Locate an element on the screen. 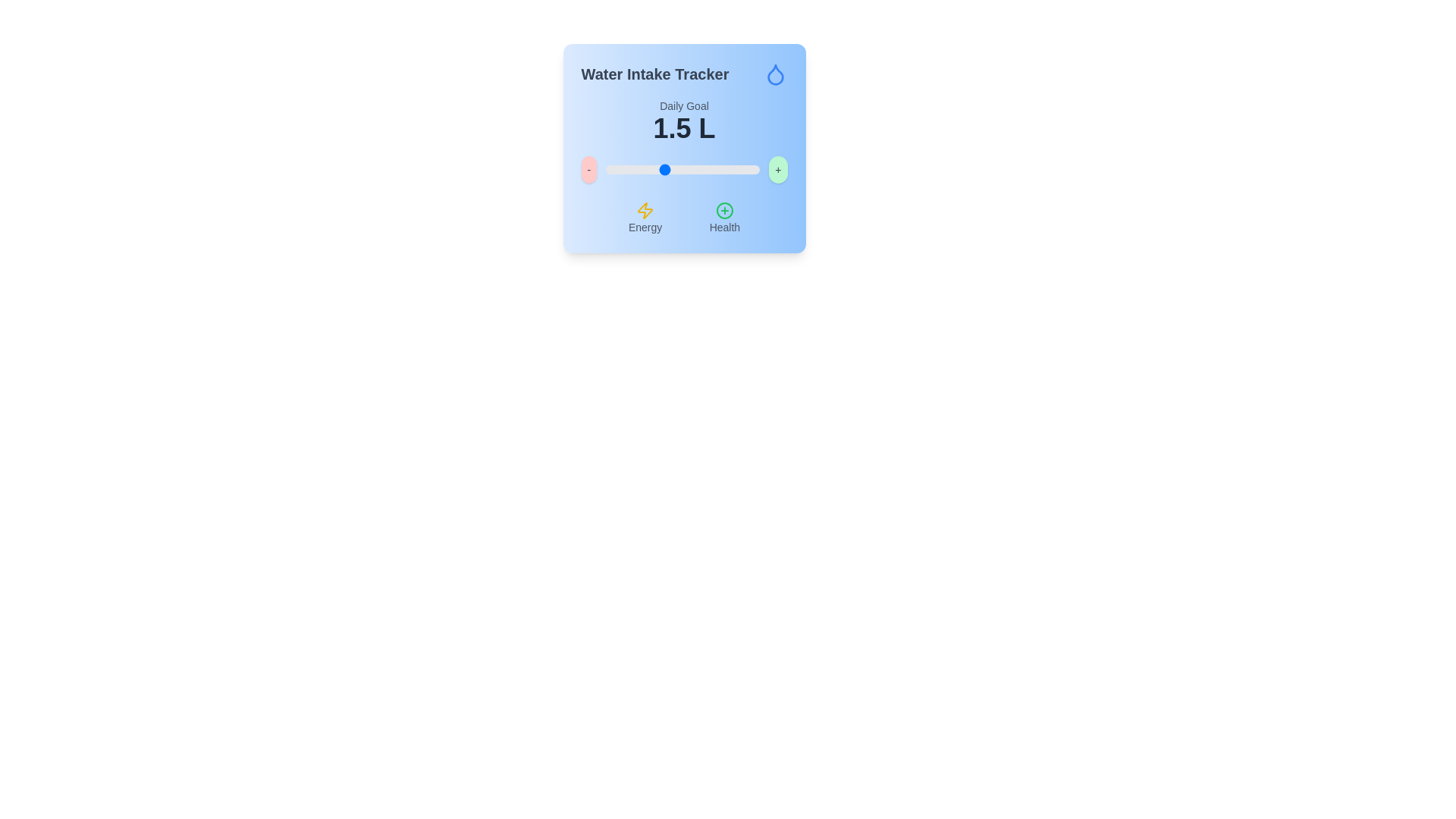 The image size is (1456, 819). the Iconographic button with a green border and plus sign labeled 'Health' located in the lower-right corner of the card interface is located at coordinates (723, 210).